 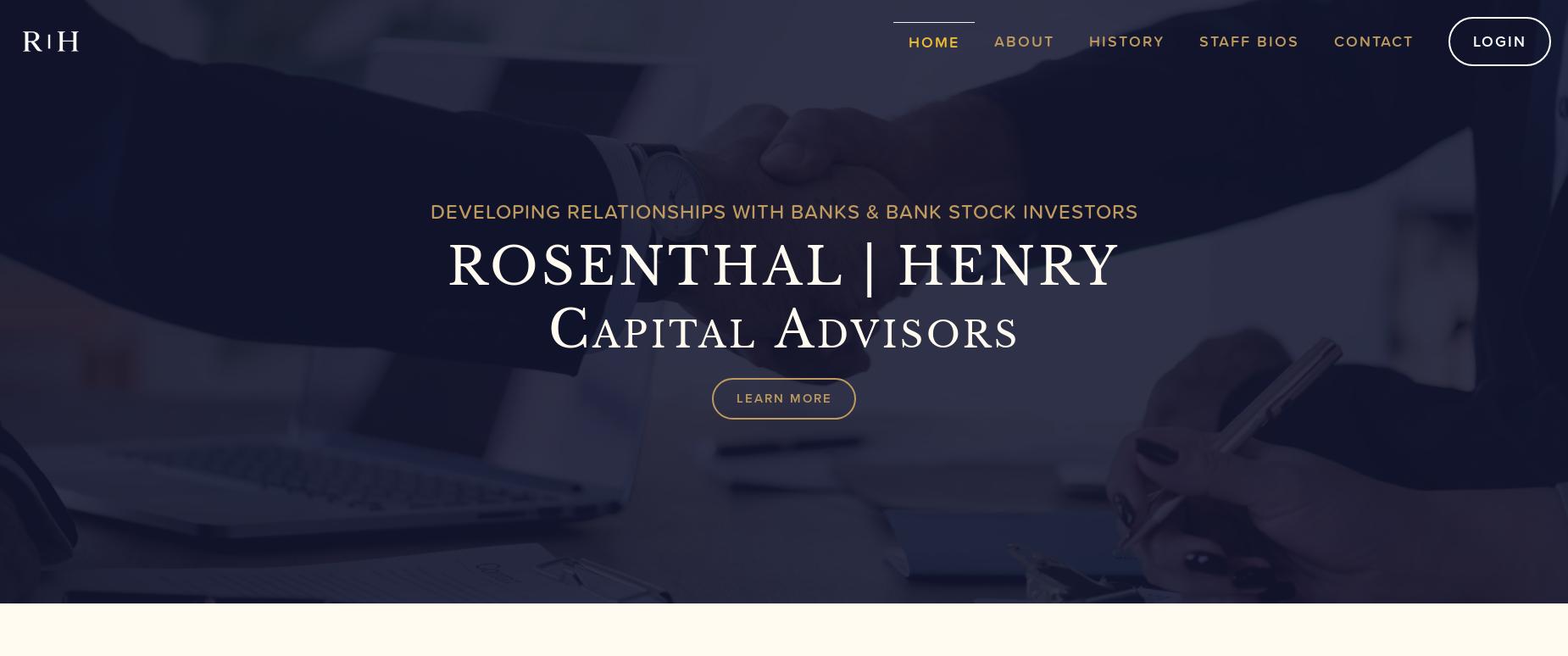 I want to click on 'ROSENTHAL | HENRY', so click(x=784, y=267).